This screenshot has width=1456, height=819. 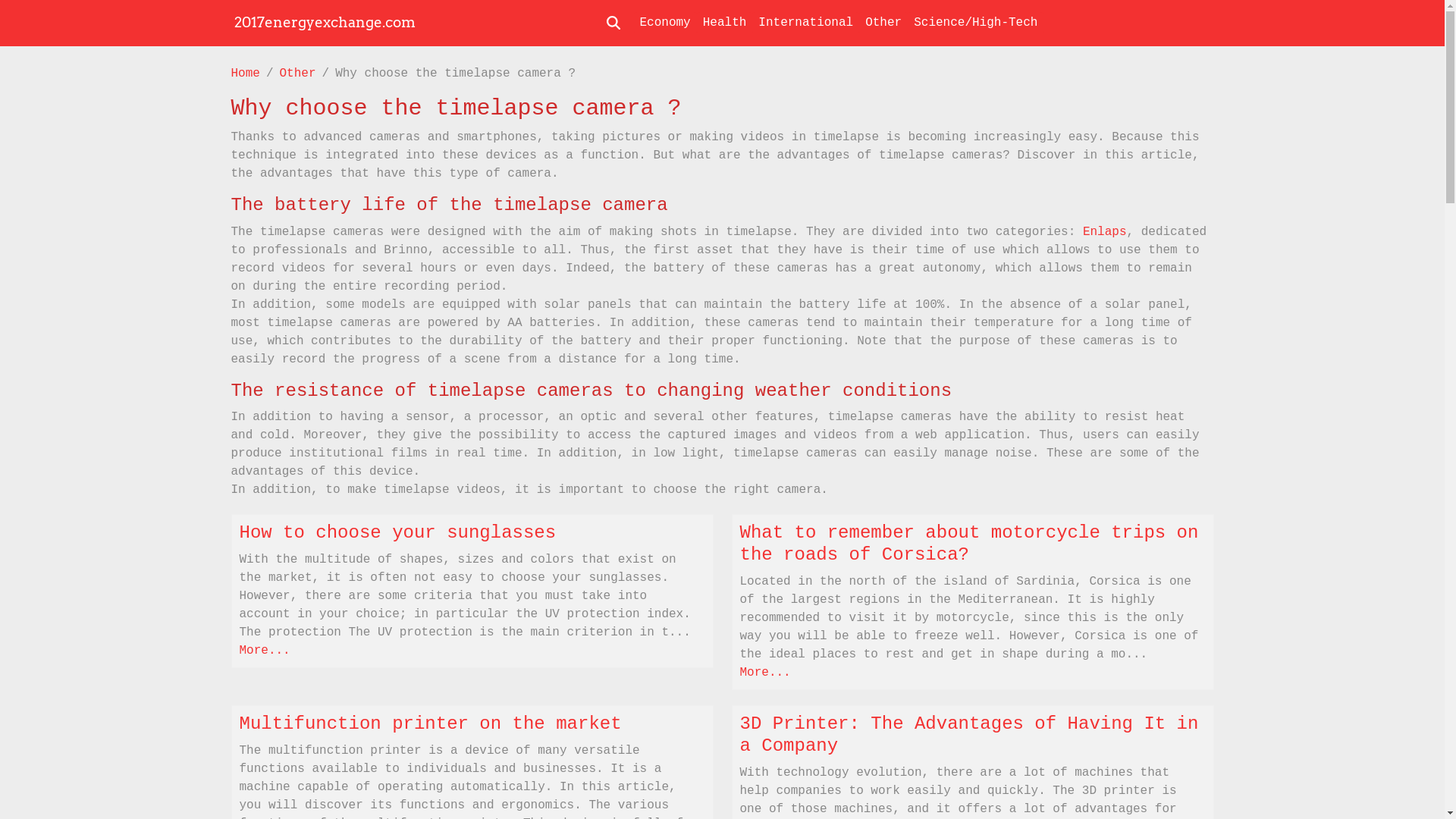 What do you see at coordinates (323, 22) in the screenshot?
I see `'2017energyexchange.com'` at bounding box center [323, 22].